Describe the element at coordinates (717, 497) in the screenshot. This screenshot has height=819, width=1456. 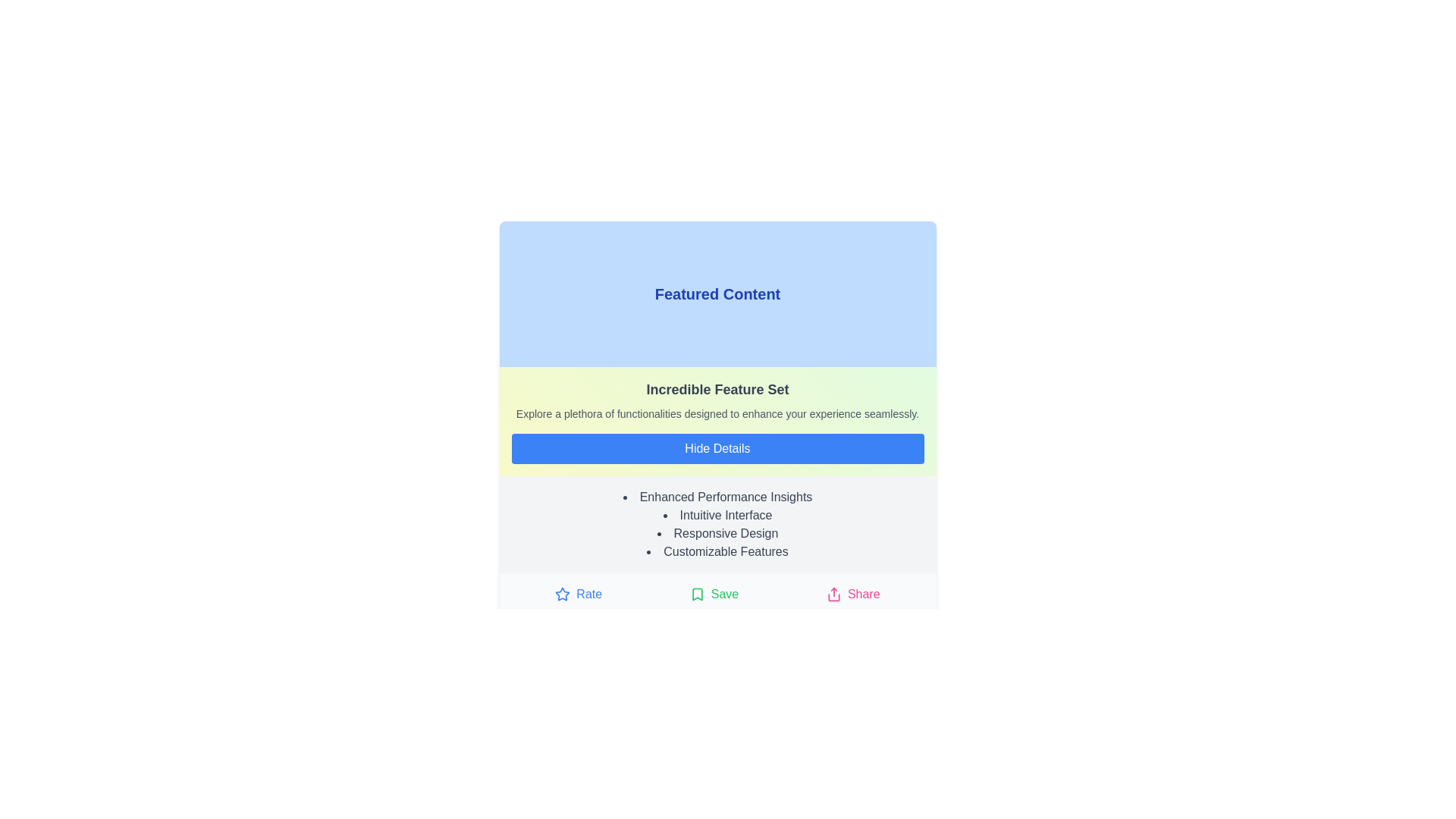
I see `the text label reading 'Enhanced Performance Insights', which is the first item in a vertical list under the section titled 'Incredible Feature Set'` at that location.